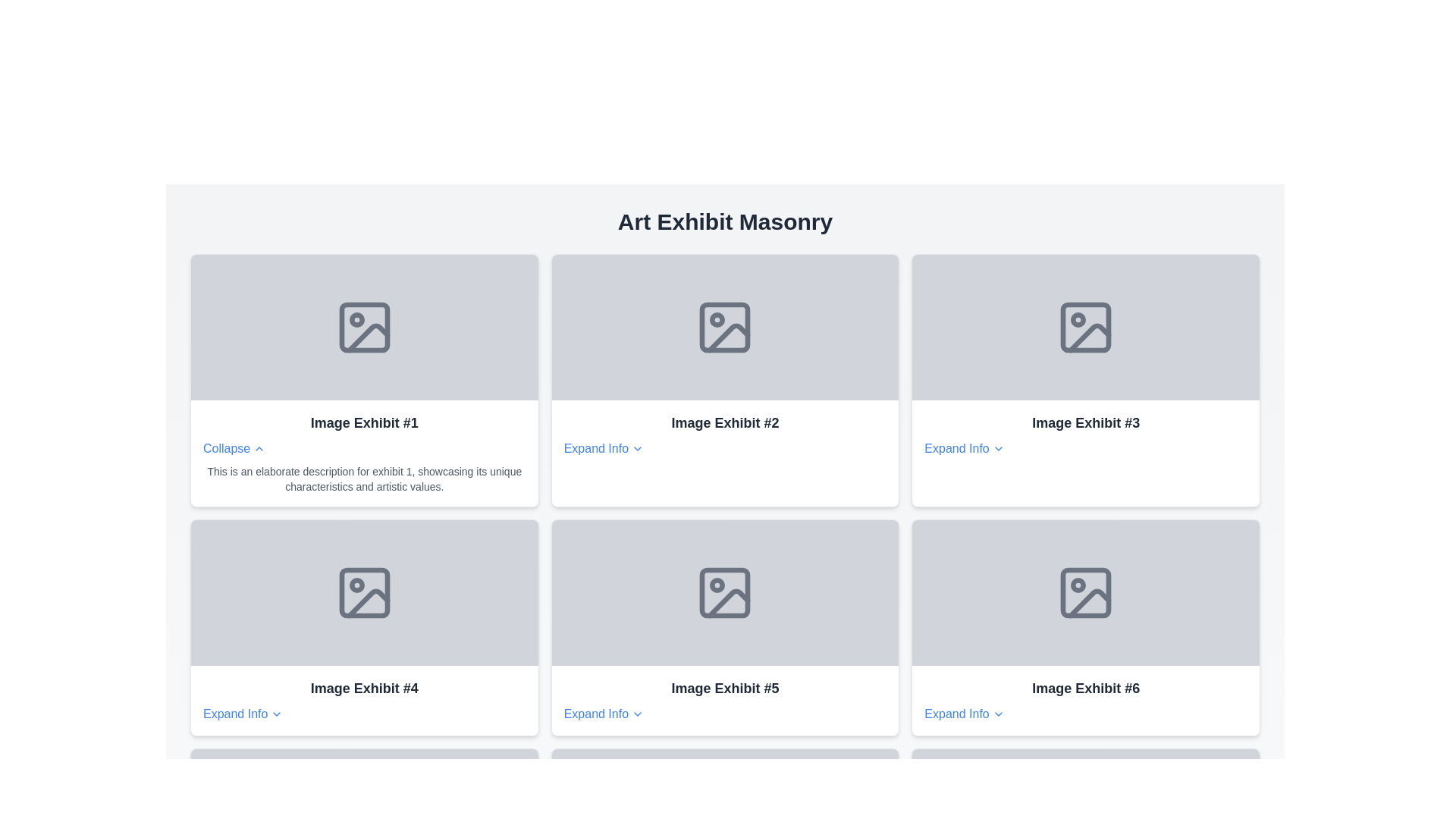  Describe the element at coordinates (998, 447) in the screenshot. I see `the downward-facing chevron icon (Chevron Down) next to the 'Expand Info' text` at that location.